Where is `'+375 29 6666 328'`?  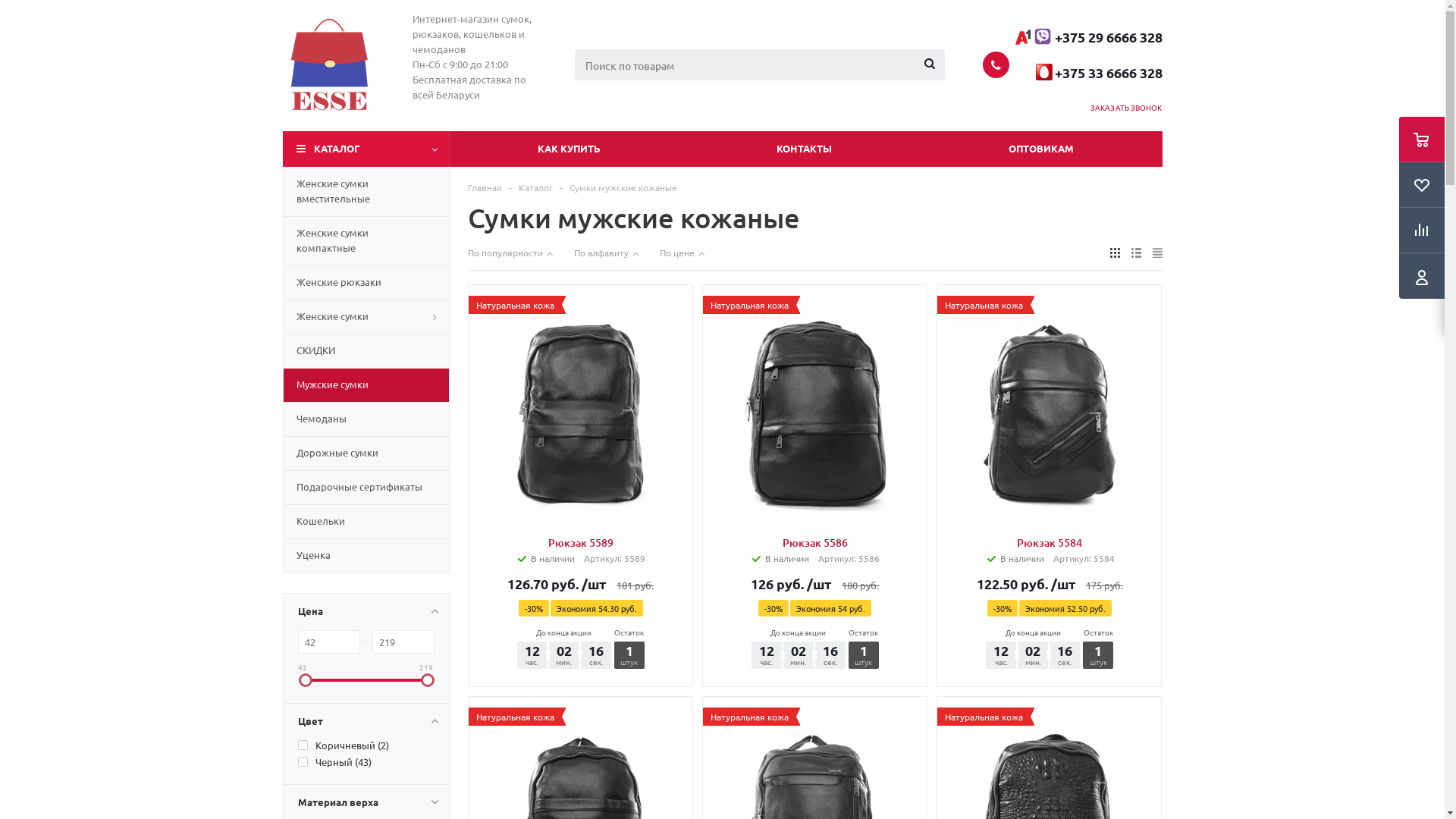 '+375 29 6666 328' is located at coordinates (1107, 36).